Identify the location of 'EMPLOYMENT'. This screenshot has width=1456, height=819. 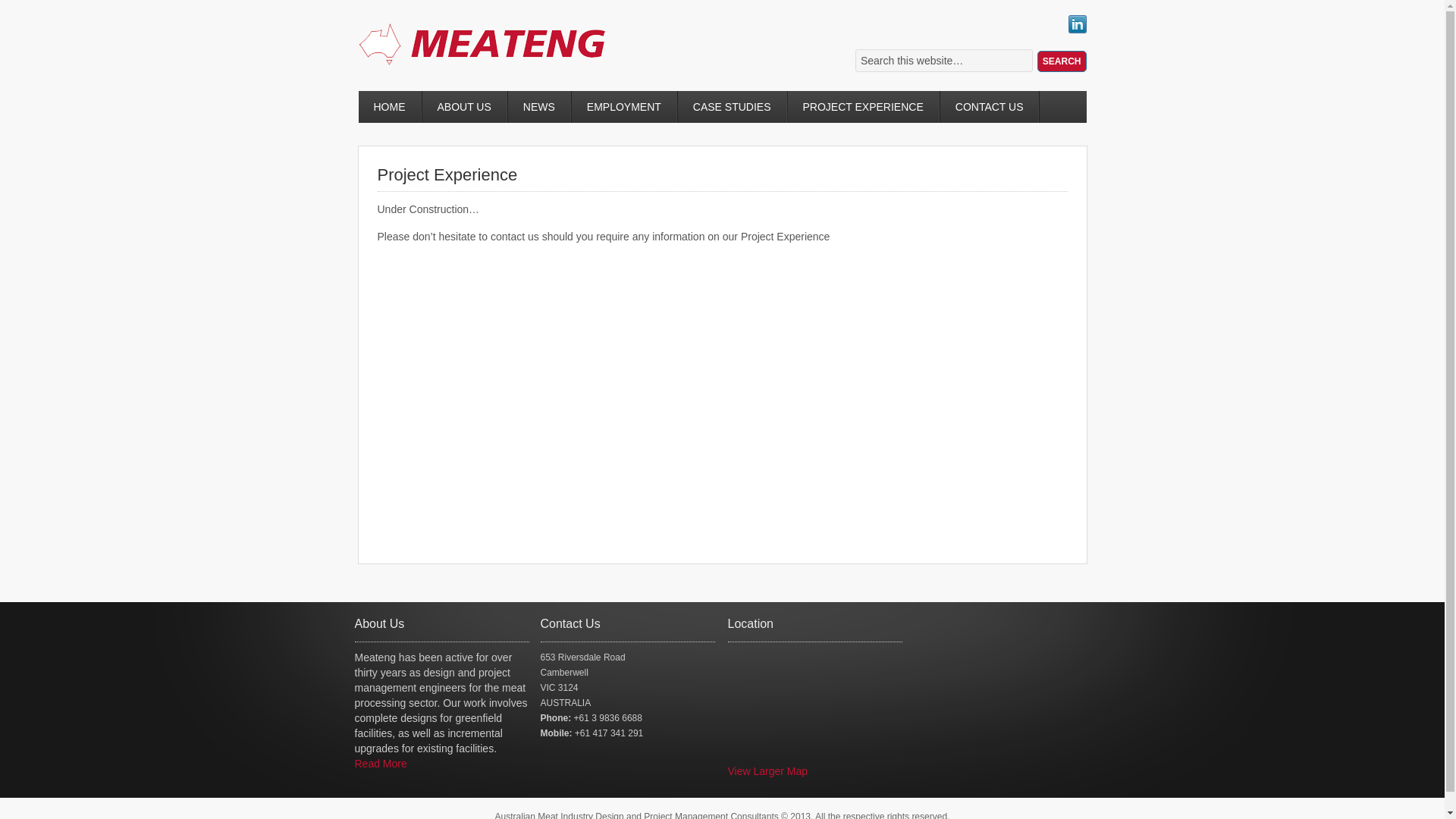
(625, 106).